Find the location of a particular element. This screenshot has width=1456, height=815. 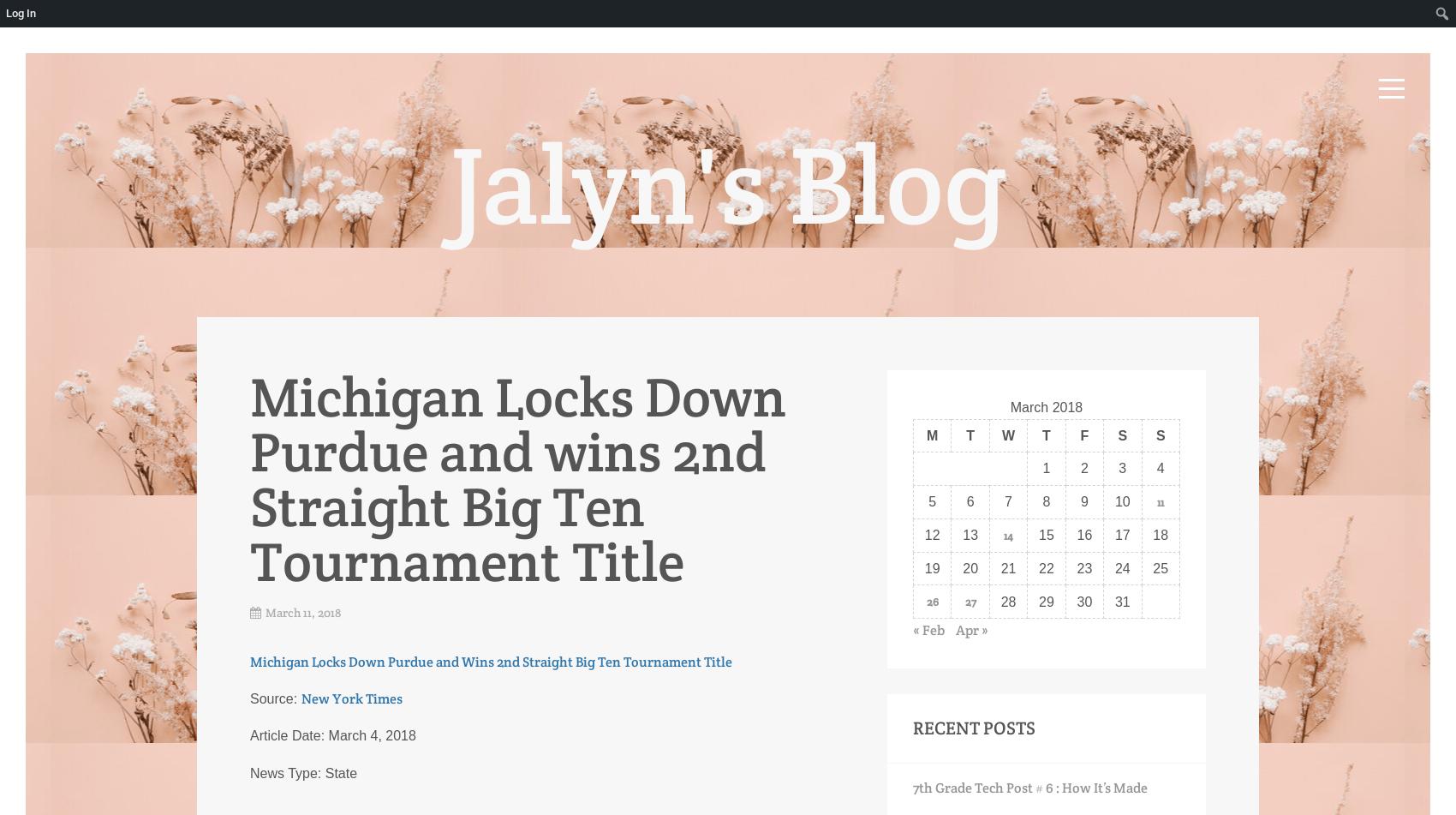

'12' is located at coordinates (932, 534).